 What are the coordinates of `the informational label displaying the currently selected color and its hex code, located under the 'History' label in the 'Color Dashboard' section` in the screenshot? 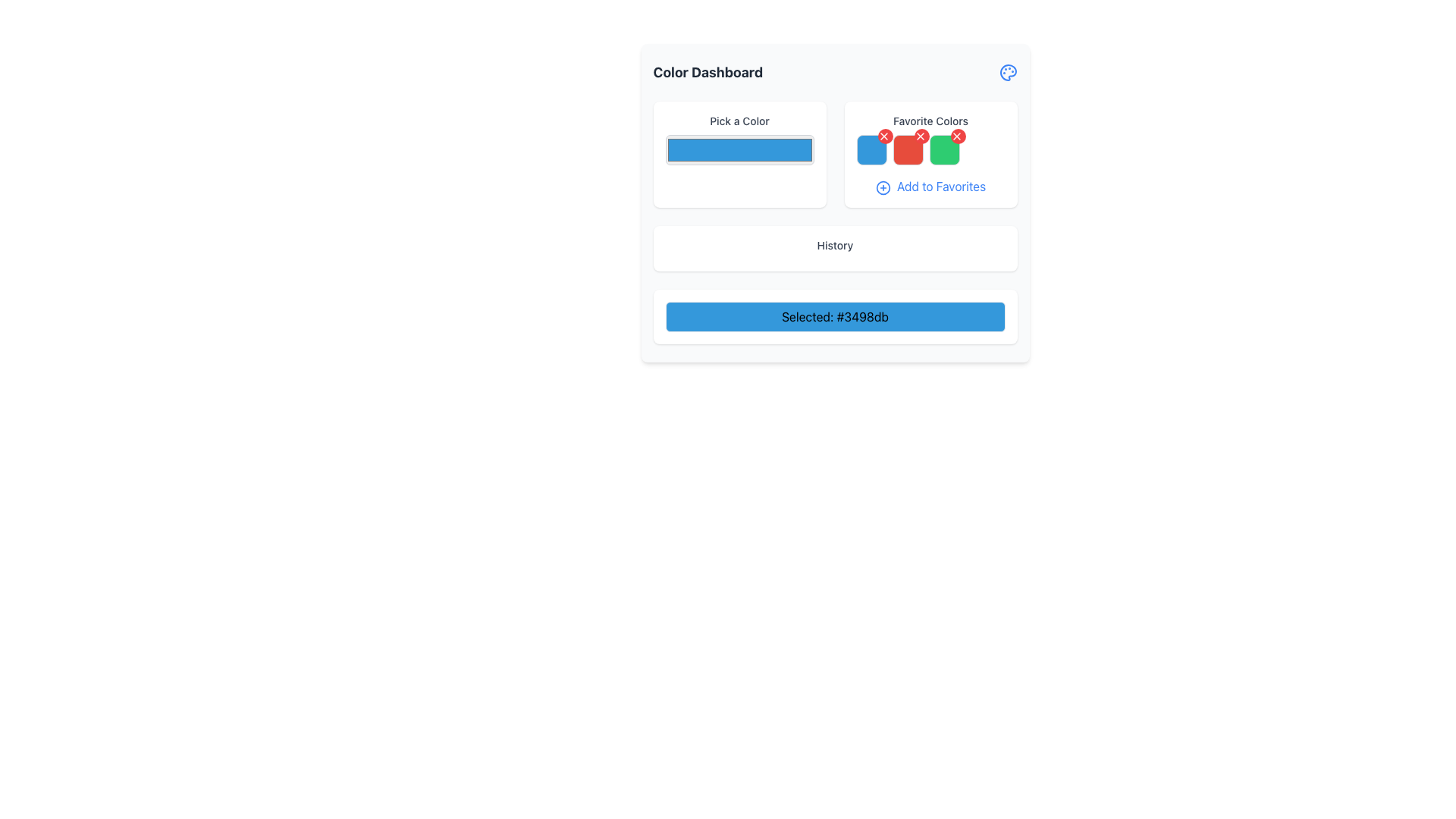 It's located at (834, 315).